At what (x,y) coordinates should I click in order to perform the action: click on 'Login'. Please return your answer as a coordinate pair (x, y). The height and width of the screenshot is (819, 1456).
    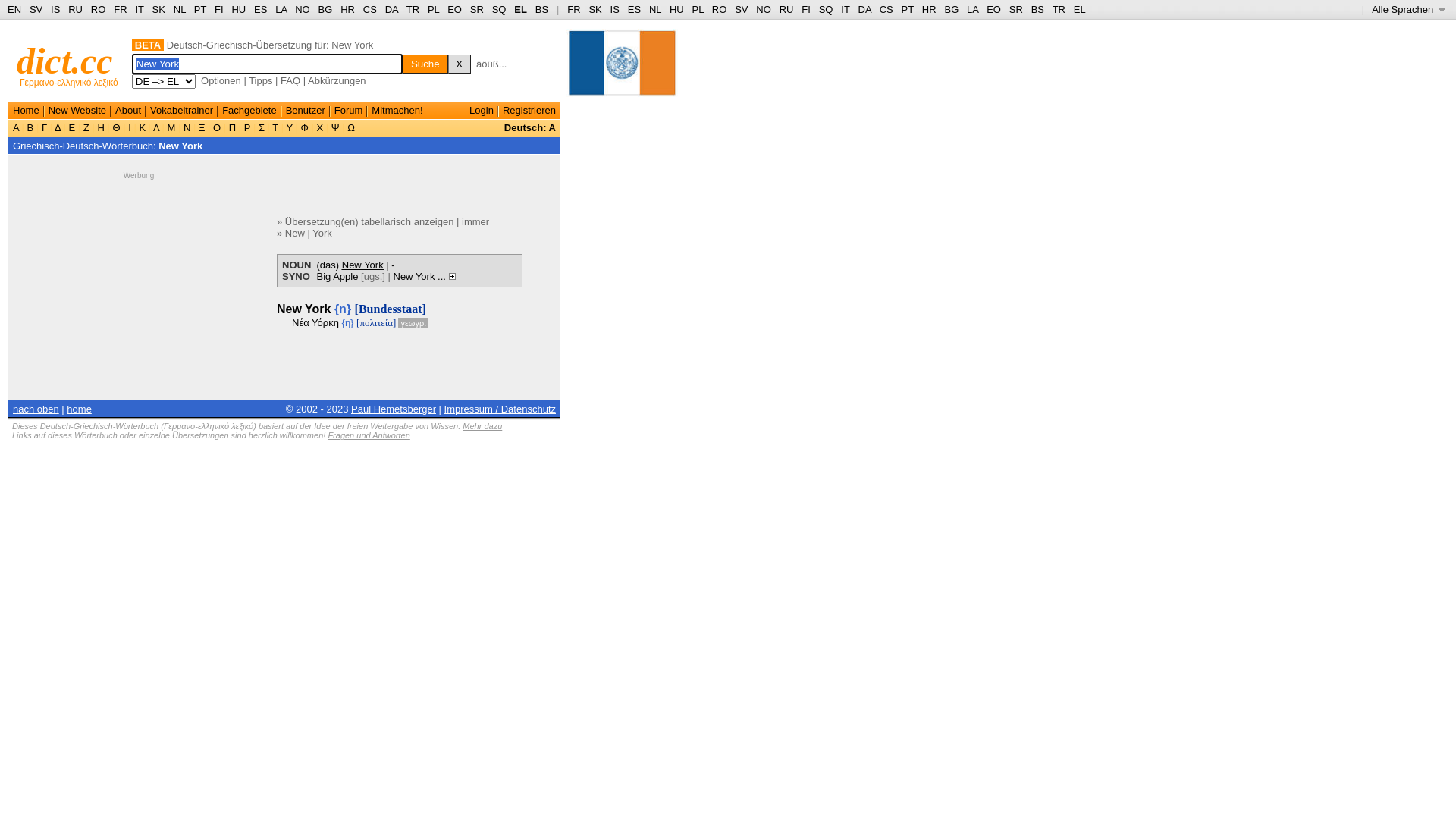
    Looking at the image, I should click on (469, 109).